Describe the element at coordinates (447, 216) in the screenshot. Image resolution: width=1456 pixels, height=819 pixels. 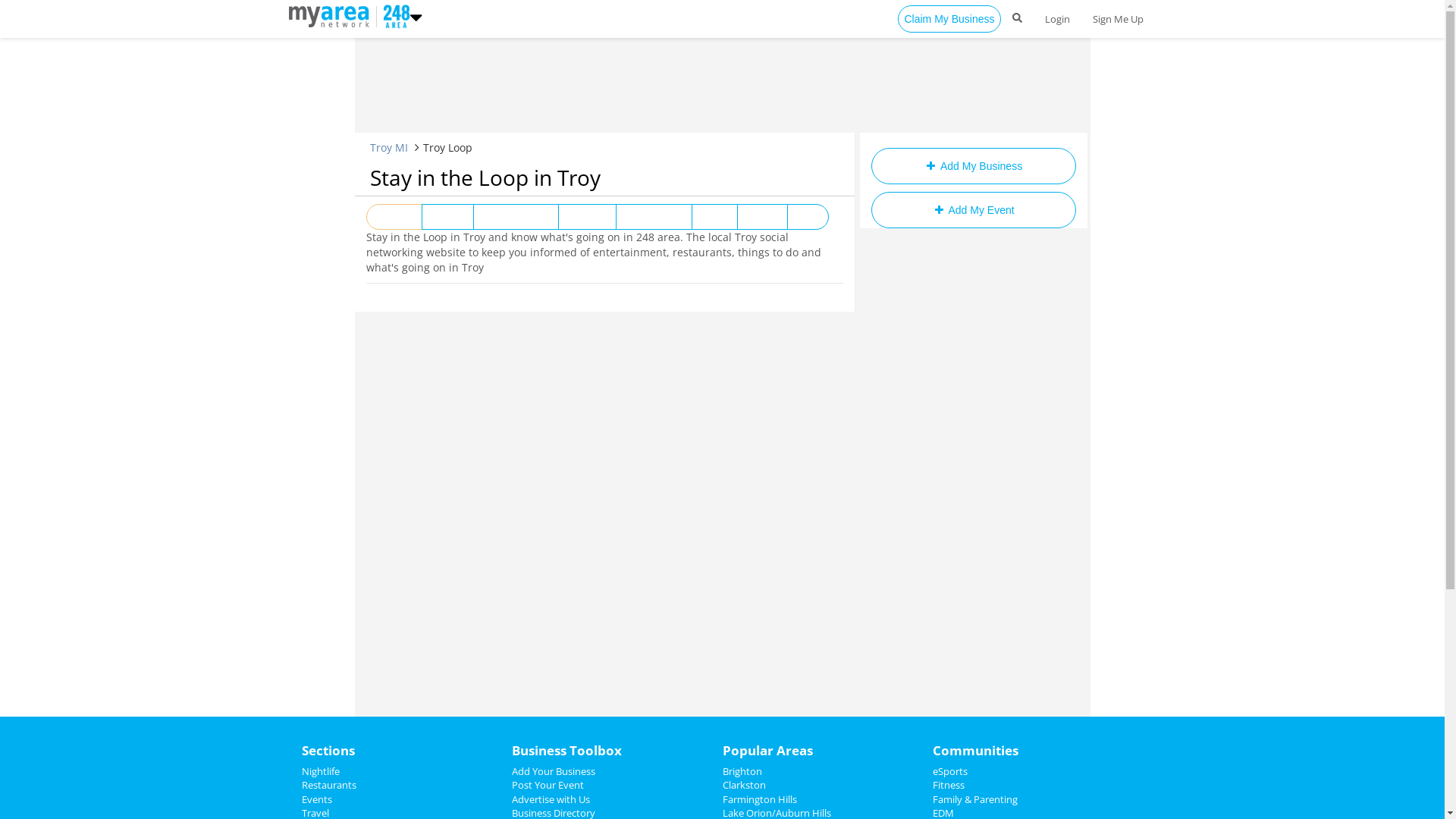
I see `'Events'` at that location.